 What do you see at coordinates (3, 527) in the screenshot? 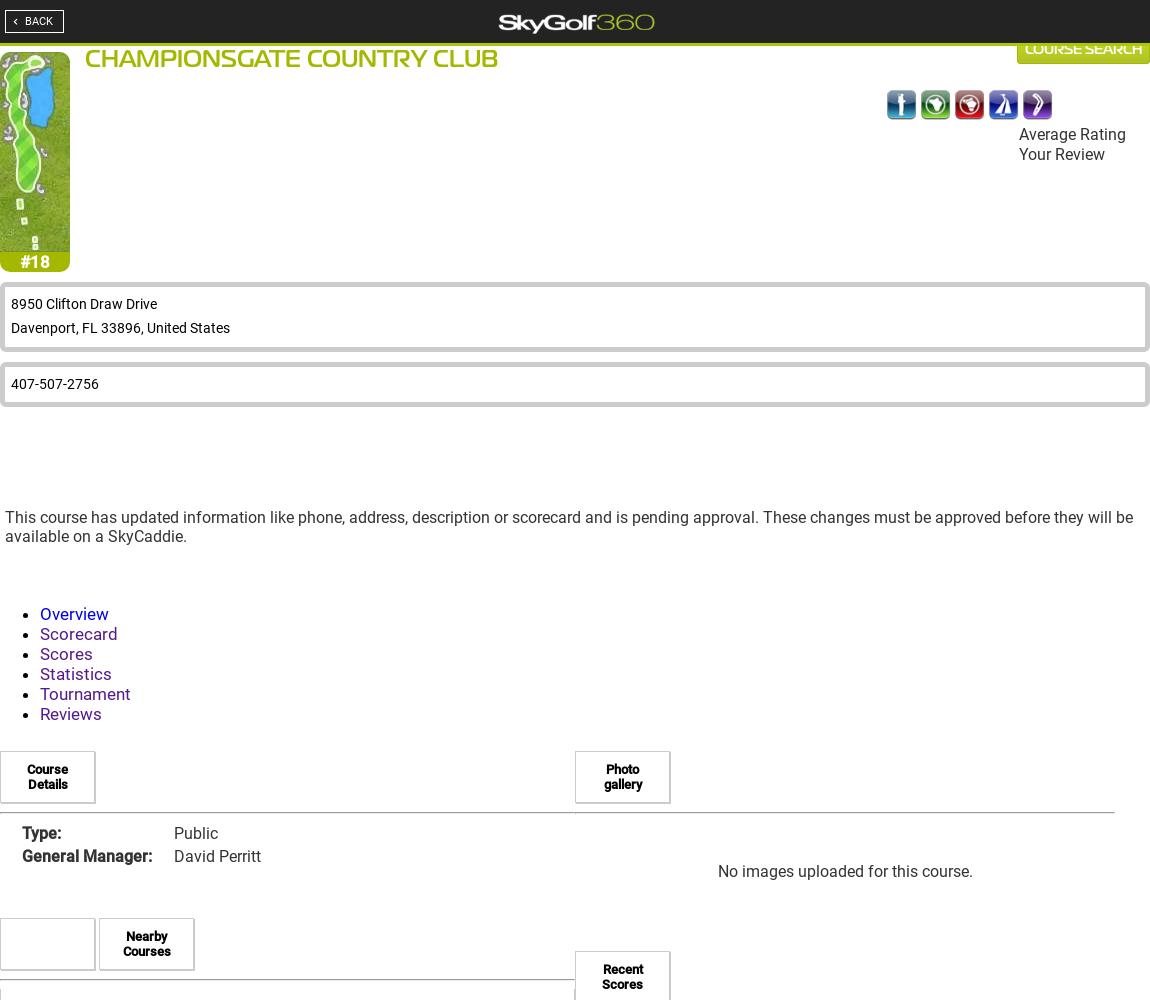
I see `'This course has updated information like phone, address, description or scorecard and is pending approval. These changes must be approved before they will be available on a SkyCaddie.'` at bounding box center [3, 527].